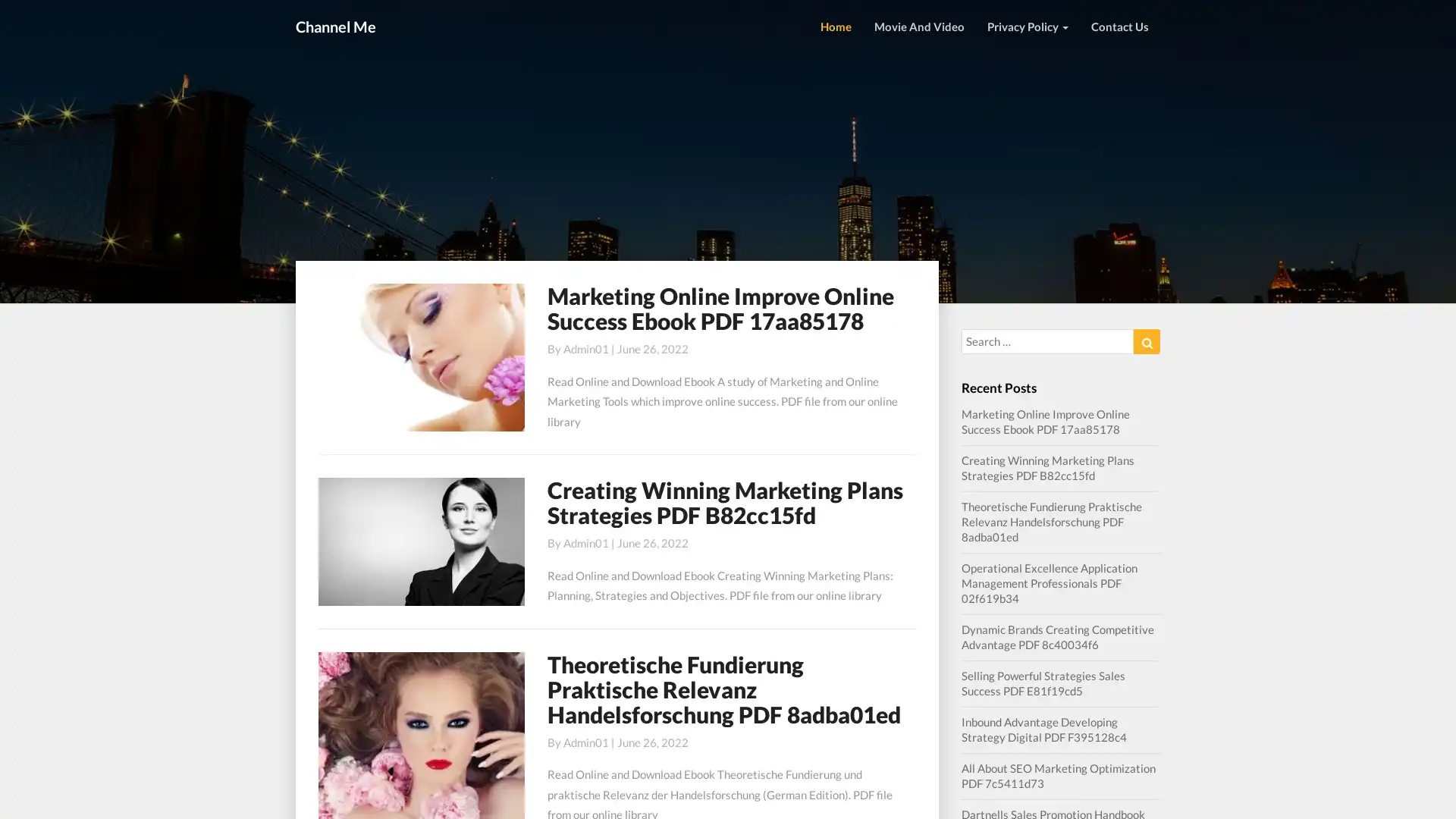 This screenshot has width=1456, height=819. I want to click on Search, so click(1147, 341).